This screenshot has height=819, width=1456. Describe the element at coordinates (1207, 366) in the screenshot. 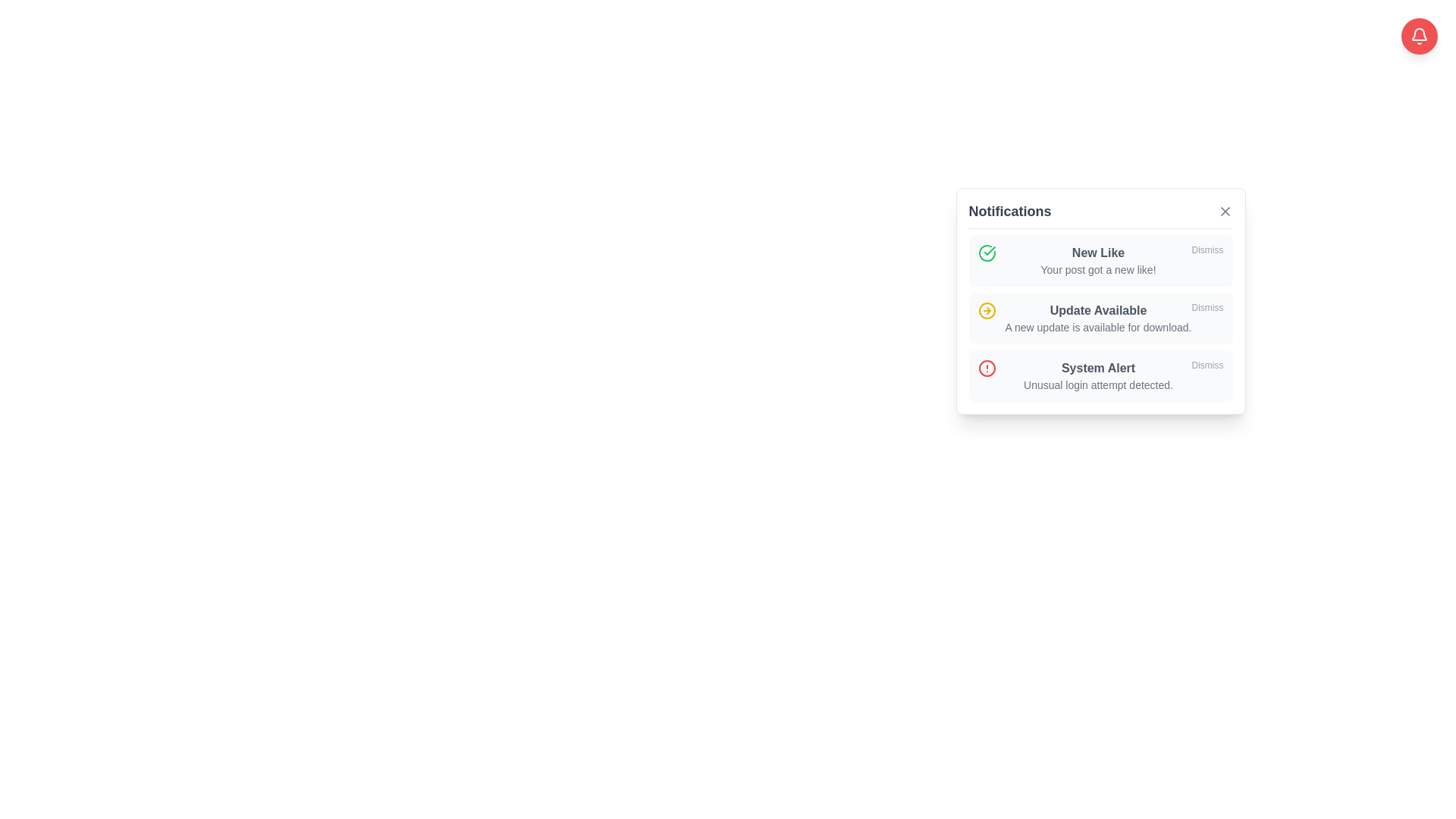

I see `the dismiss button located at the bottom-right corner of the 'System Alert' notification that indicates 'Unusual login attempt detected.'` at that location.